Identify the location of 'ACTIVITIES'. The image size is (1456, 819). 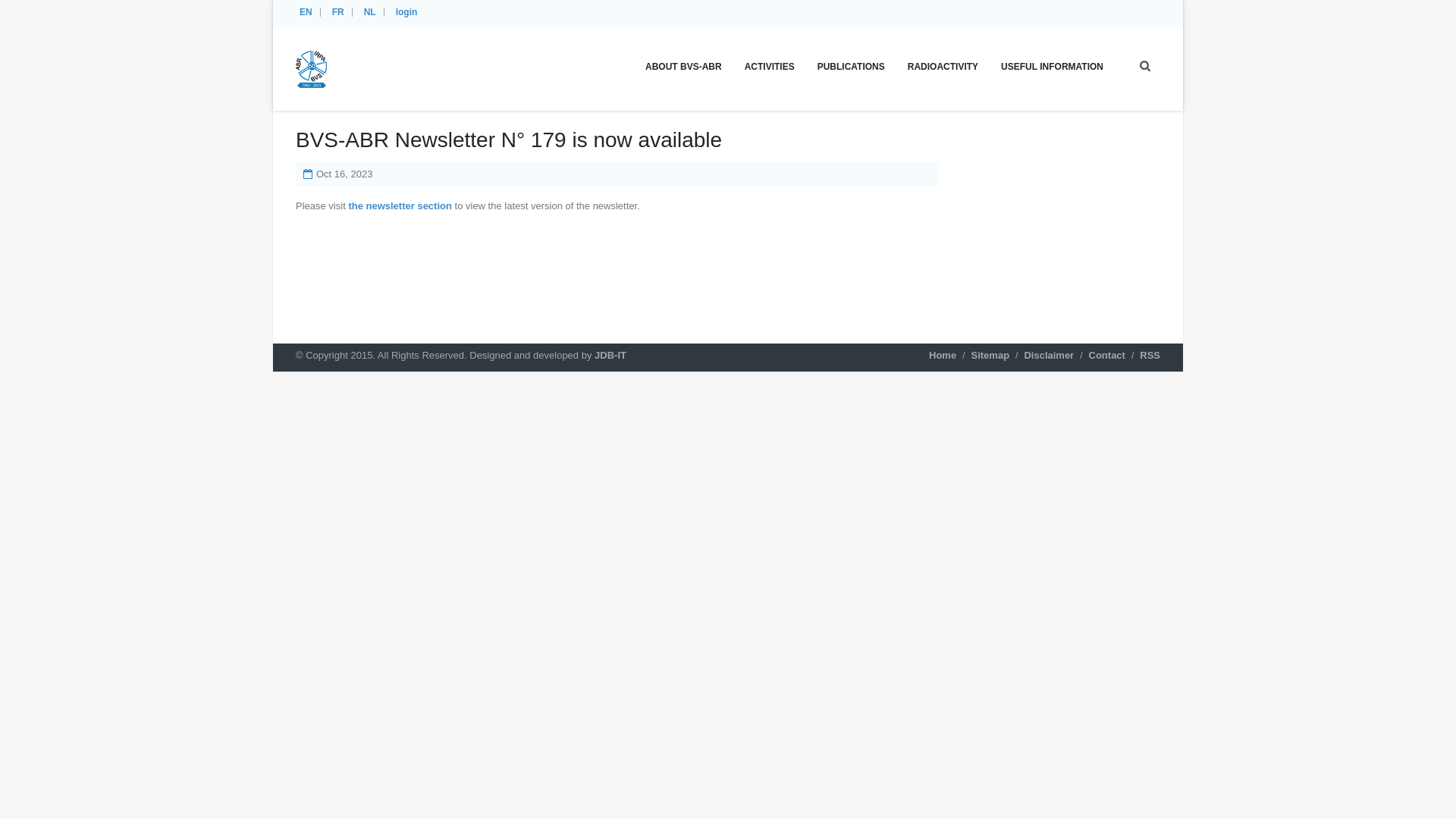
(769, 65).